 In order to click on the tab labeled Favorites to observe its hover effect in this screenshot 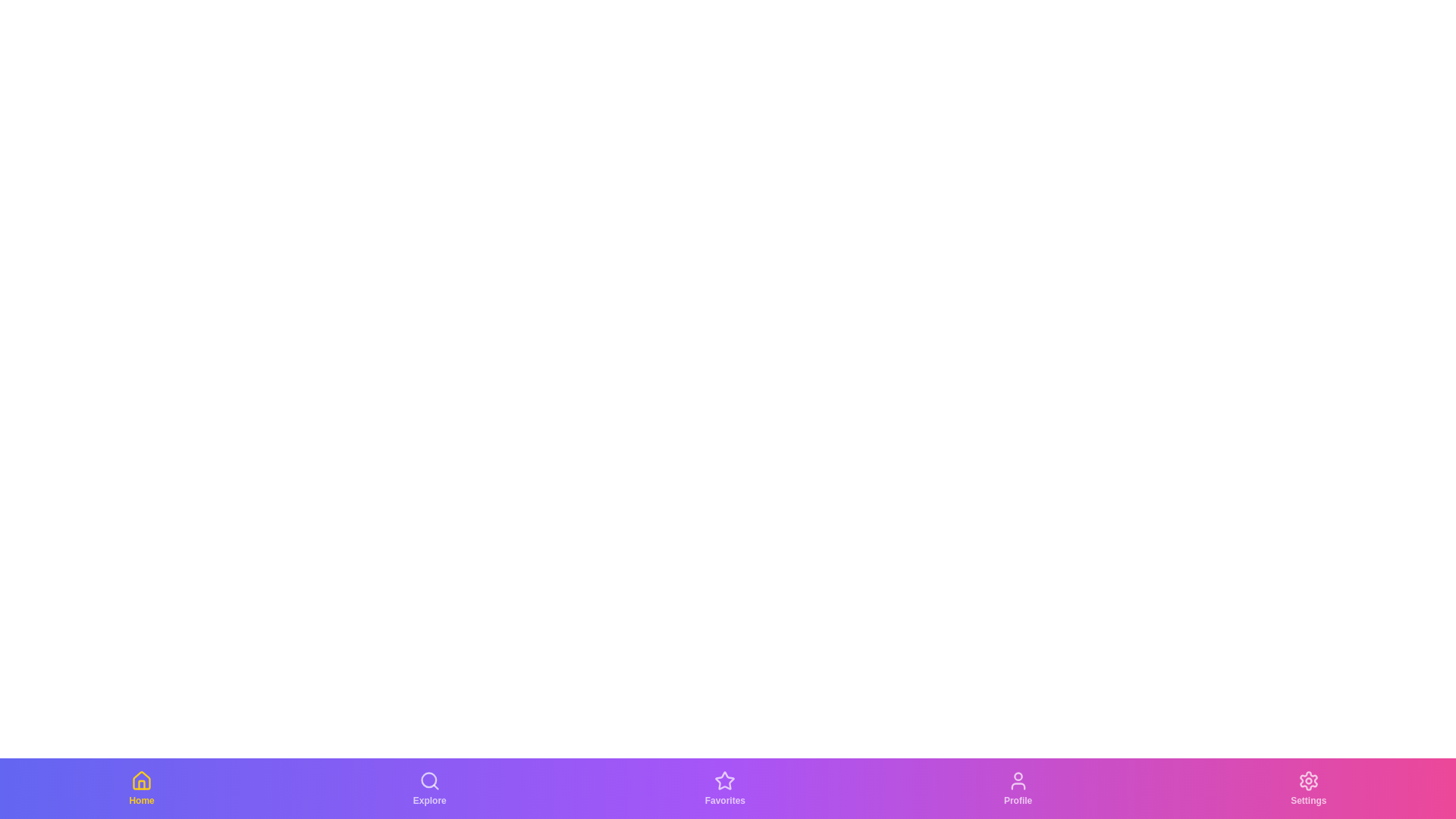, I will do `click(723, 788)`.